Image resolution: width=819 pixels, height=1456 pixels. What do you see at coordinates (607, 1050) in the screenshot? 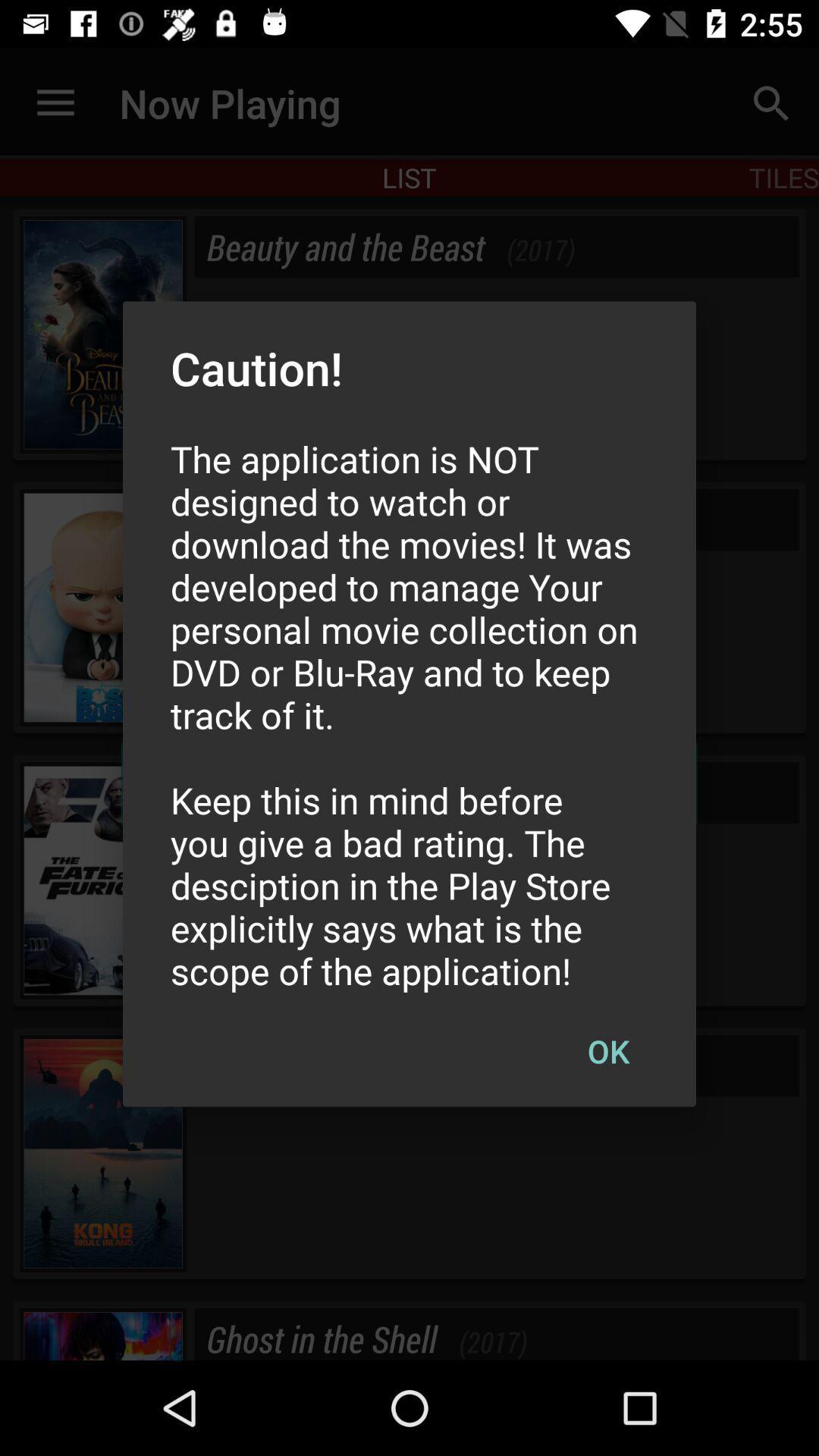
I see `the ok` at bounding box center [607, 1050].